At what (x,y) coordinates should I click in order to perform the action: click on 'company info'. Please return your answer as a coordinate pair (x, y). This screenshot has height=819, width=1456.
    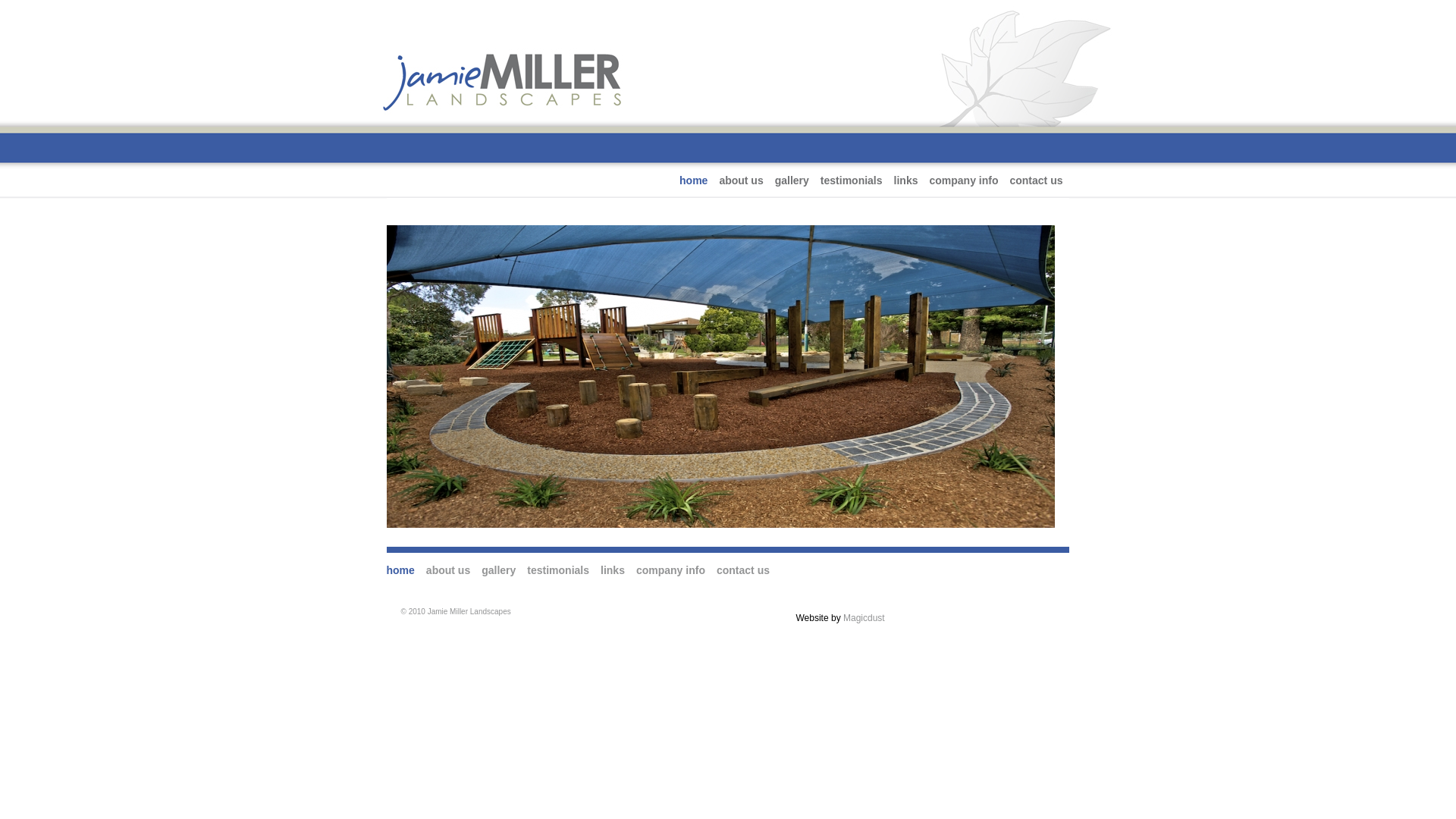
    Looking at the image, I should click on (962, 180).